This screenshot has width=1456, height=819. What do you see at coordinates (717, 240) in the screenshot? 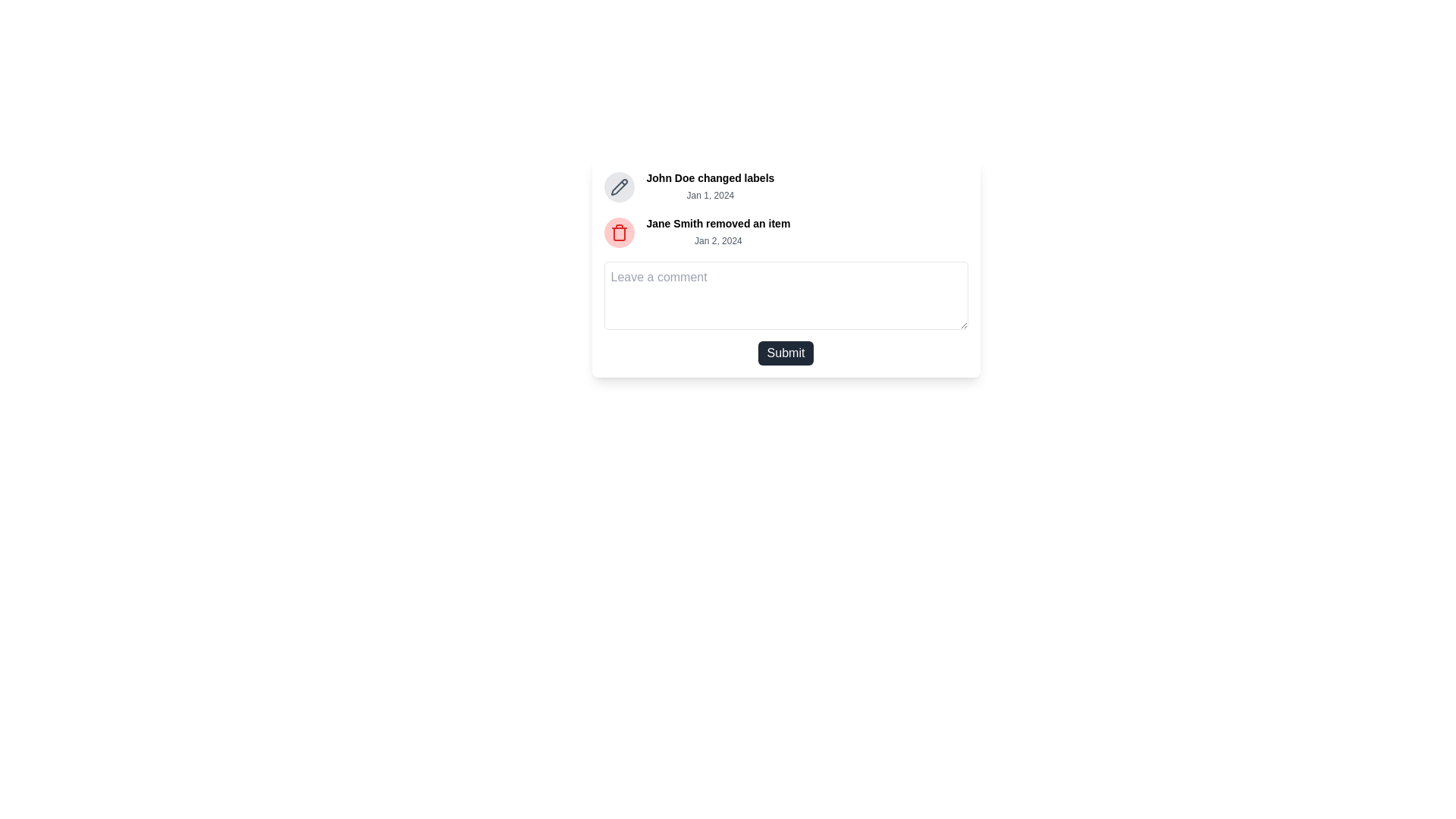
I see `the static text label displaying the date 'Jan 2, 2024', which is styled with a light gray color and a compact sans-serif font, located directly below the primary text 'Jane Smith removed an item'` at bounding box center [717, 240].